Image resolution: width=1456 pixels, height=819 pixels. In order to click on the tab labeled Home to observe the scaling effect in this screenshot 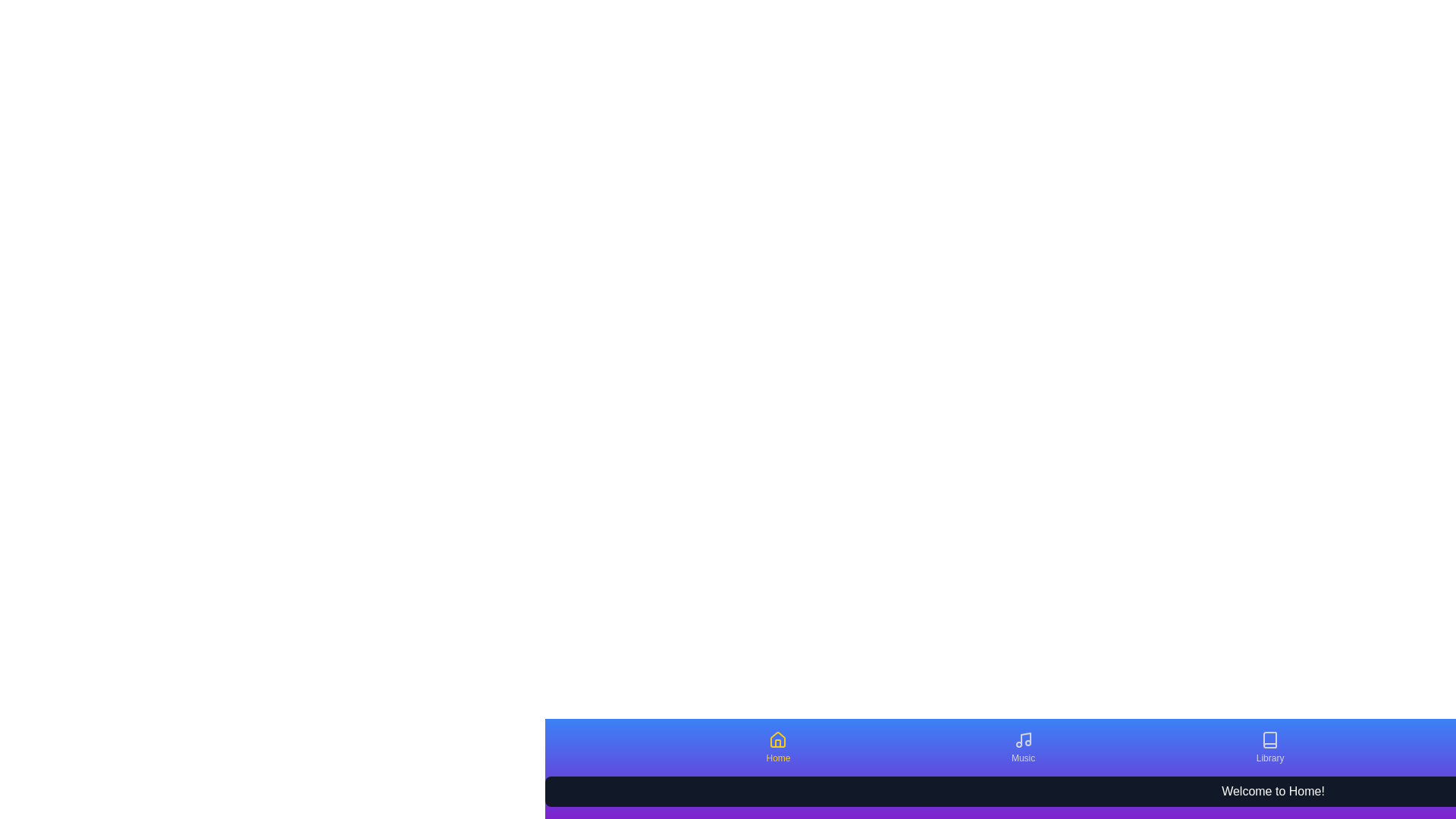, I will do `click(778, 747)`.